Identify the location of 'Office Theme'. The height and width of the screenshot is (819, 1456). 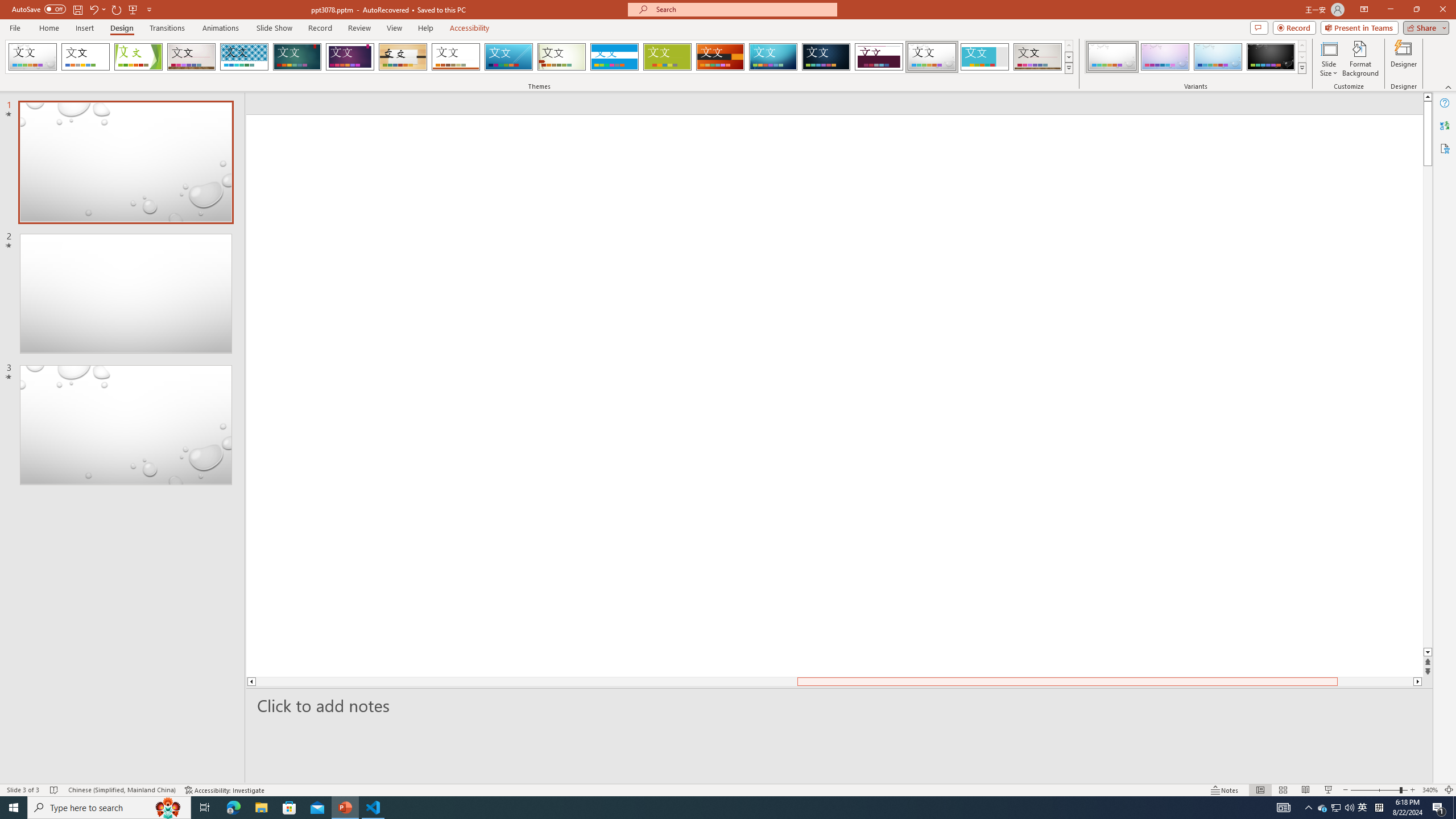
(85, 56).